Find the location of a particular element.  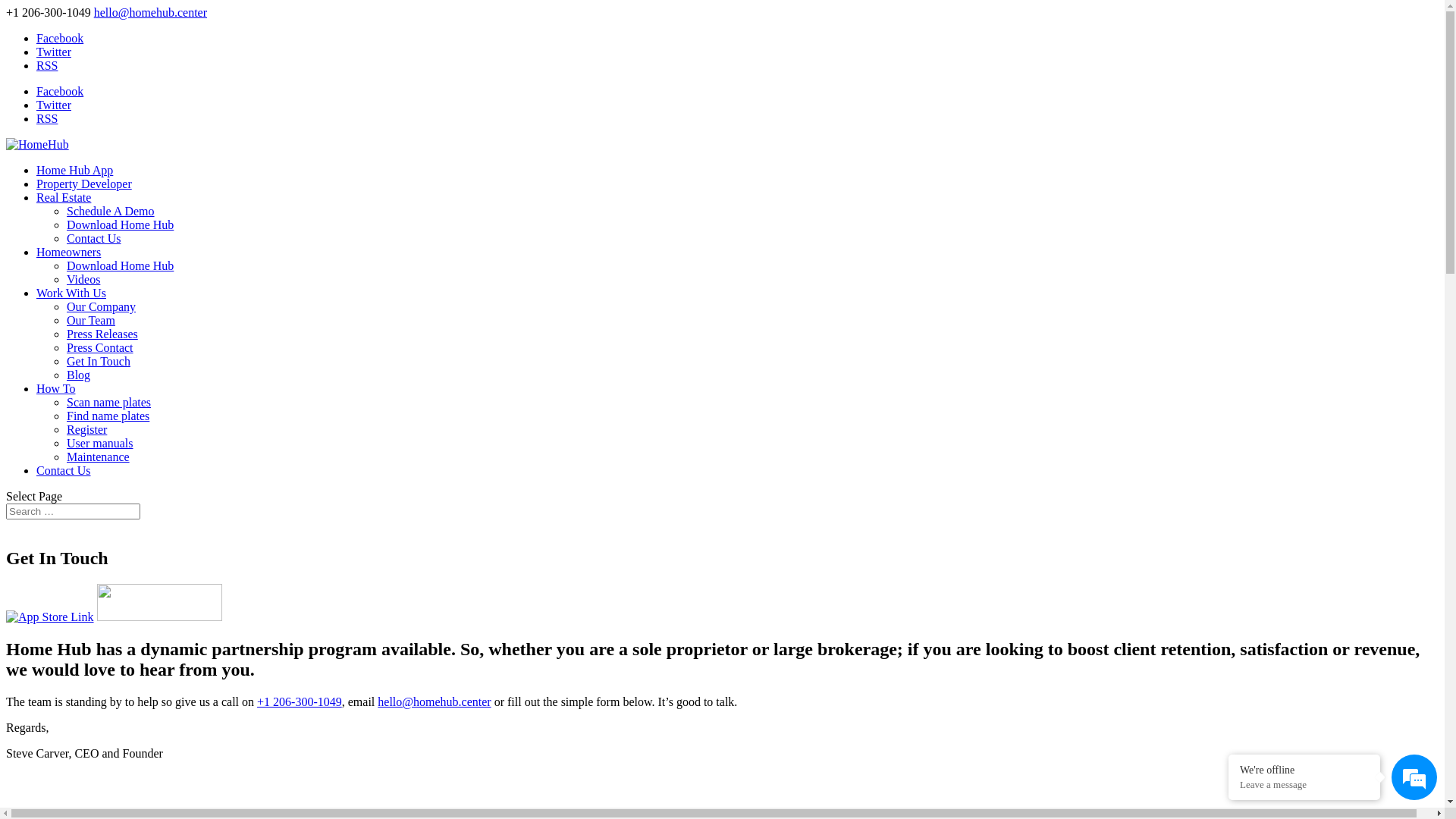

'Press Contact' is located at coordinates (99, 347).